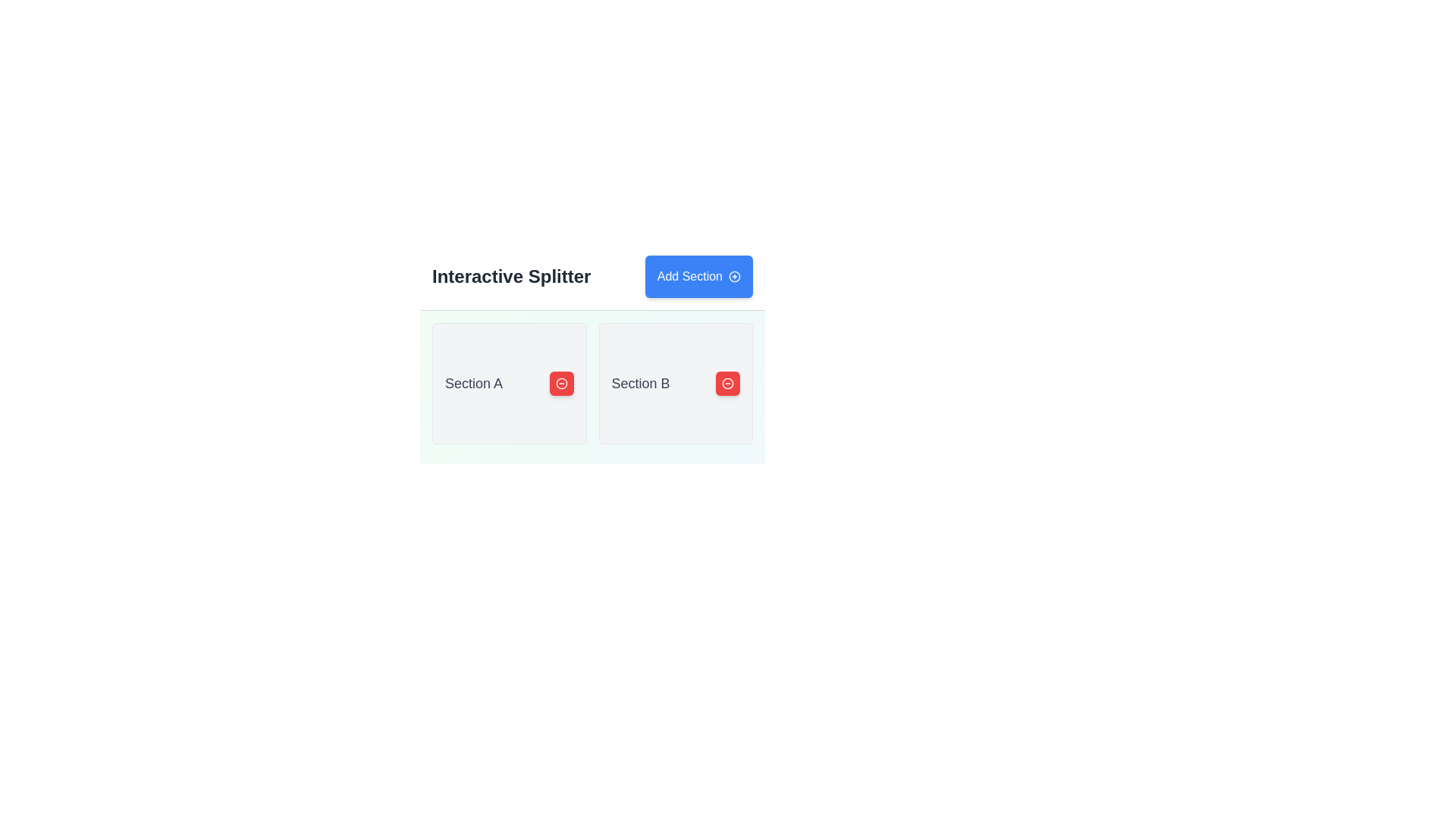 The height and width of the screenshot is (819, 1456). What do you see at coordinates (735, 277) in the screenshot?
I see `the blue circular icon with a white outline and a white plus symbol located within the 'Add Section' button` at bounding box center [735, 277].